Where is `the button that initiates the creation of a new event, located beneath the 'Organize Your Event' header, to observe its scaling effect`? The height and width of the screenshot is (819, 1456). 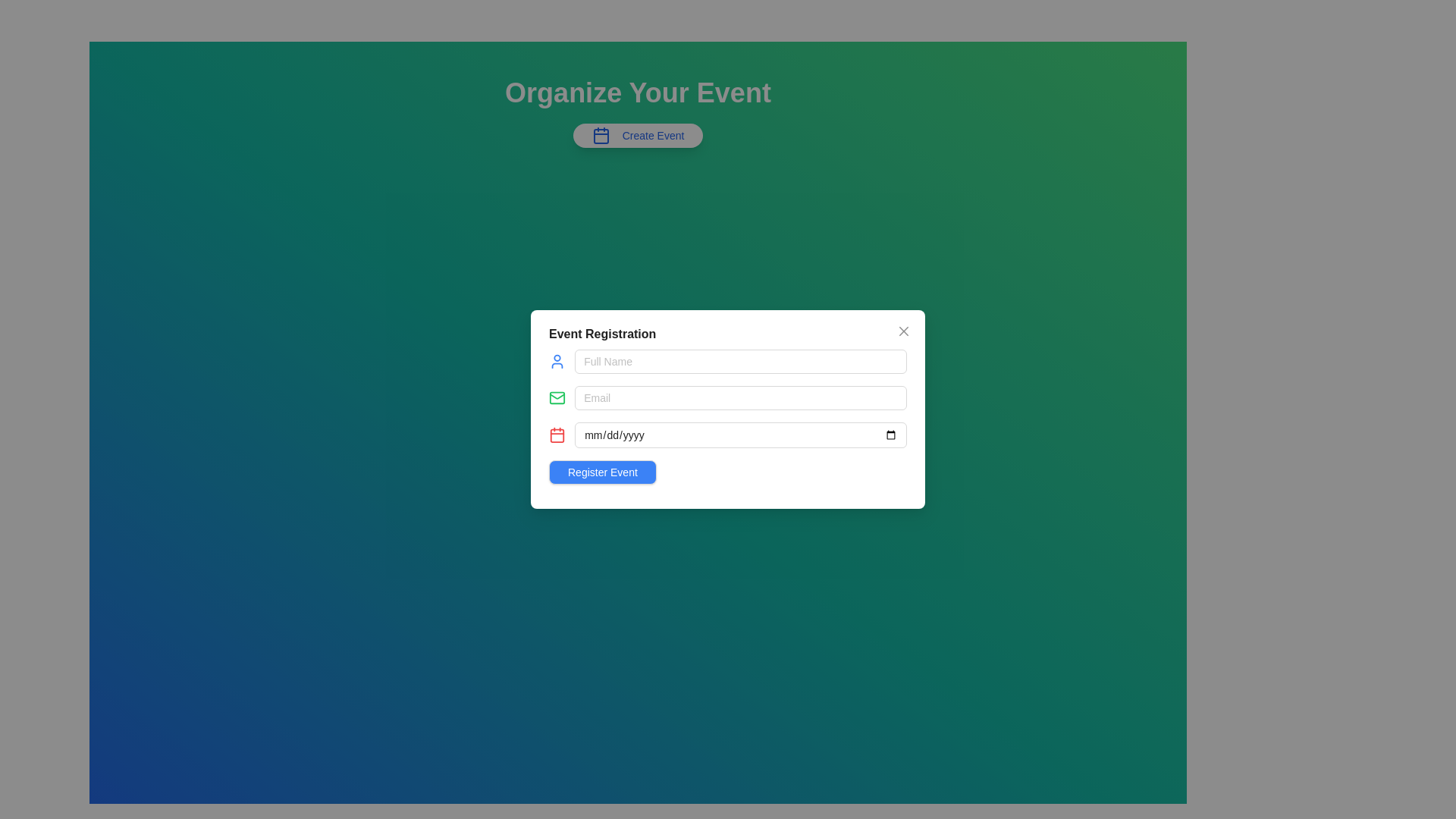 the button that initiates the creation of a new event, located beneath the 'Organize Your Event' header, to observe its scaling effect is located at coordinates (638, 134).